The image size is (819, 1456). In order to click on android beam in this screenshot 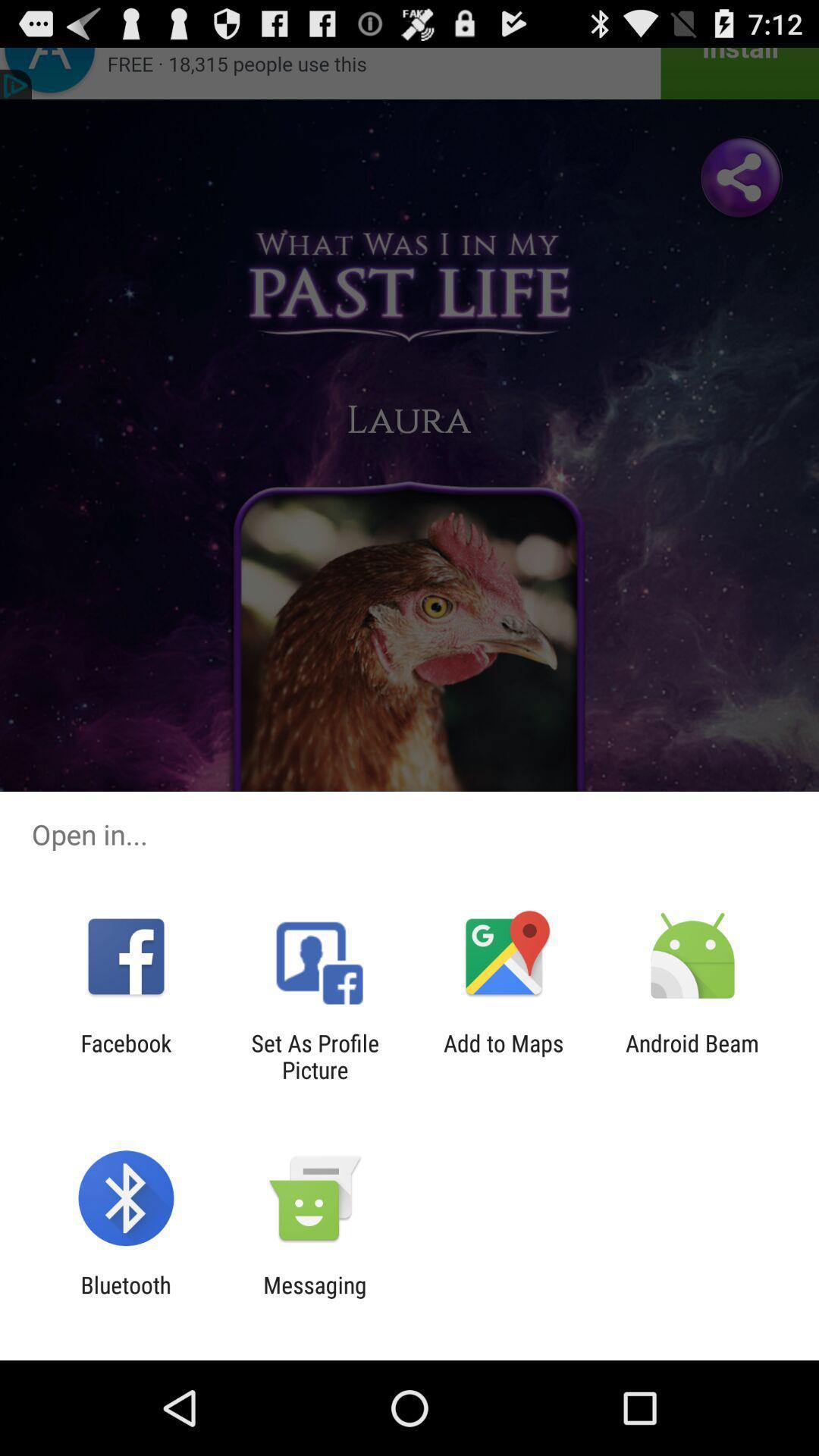, I will do `click(692, 1056)`.